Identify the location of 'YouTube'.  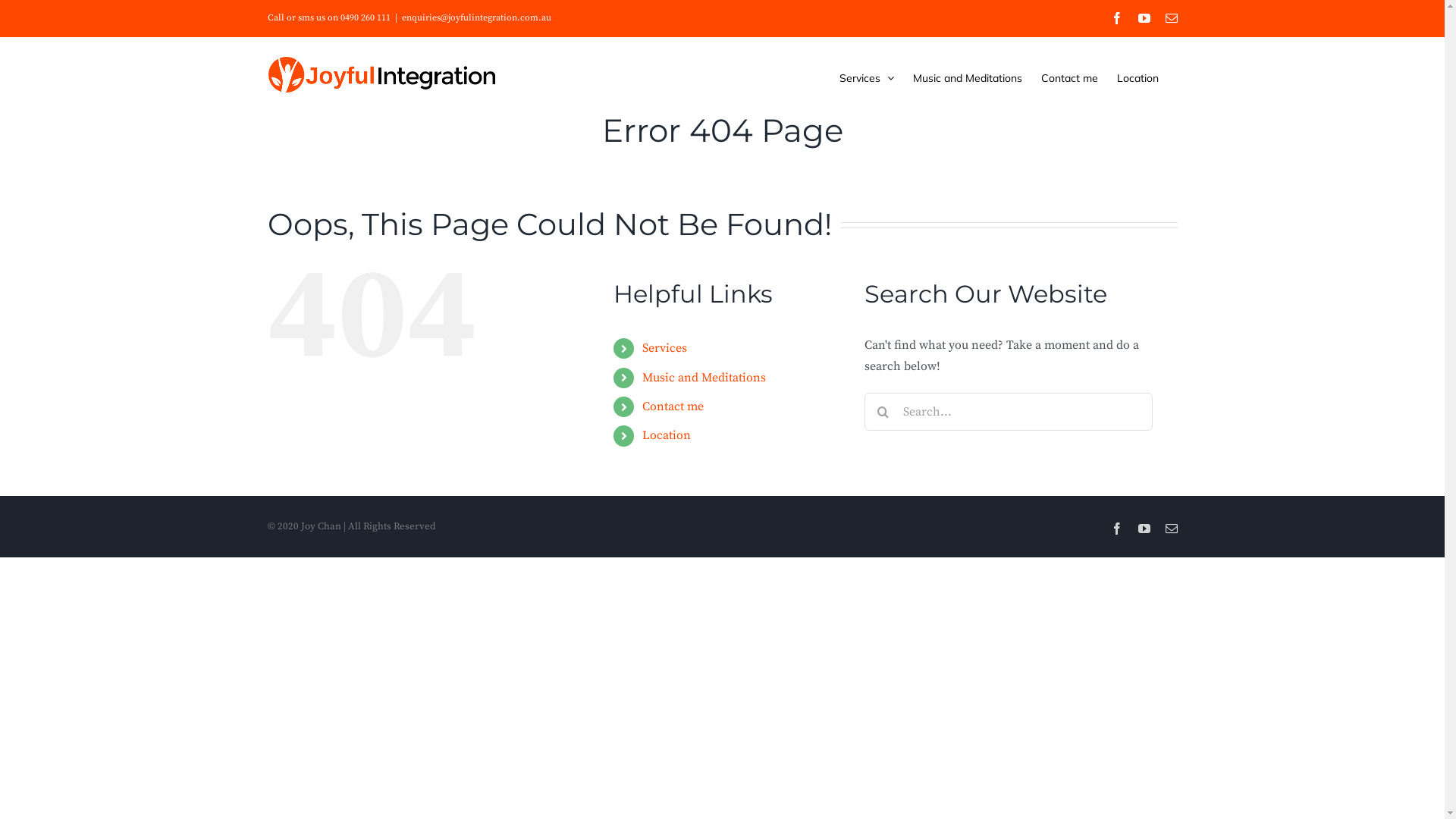
(1137, 528).